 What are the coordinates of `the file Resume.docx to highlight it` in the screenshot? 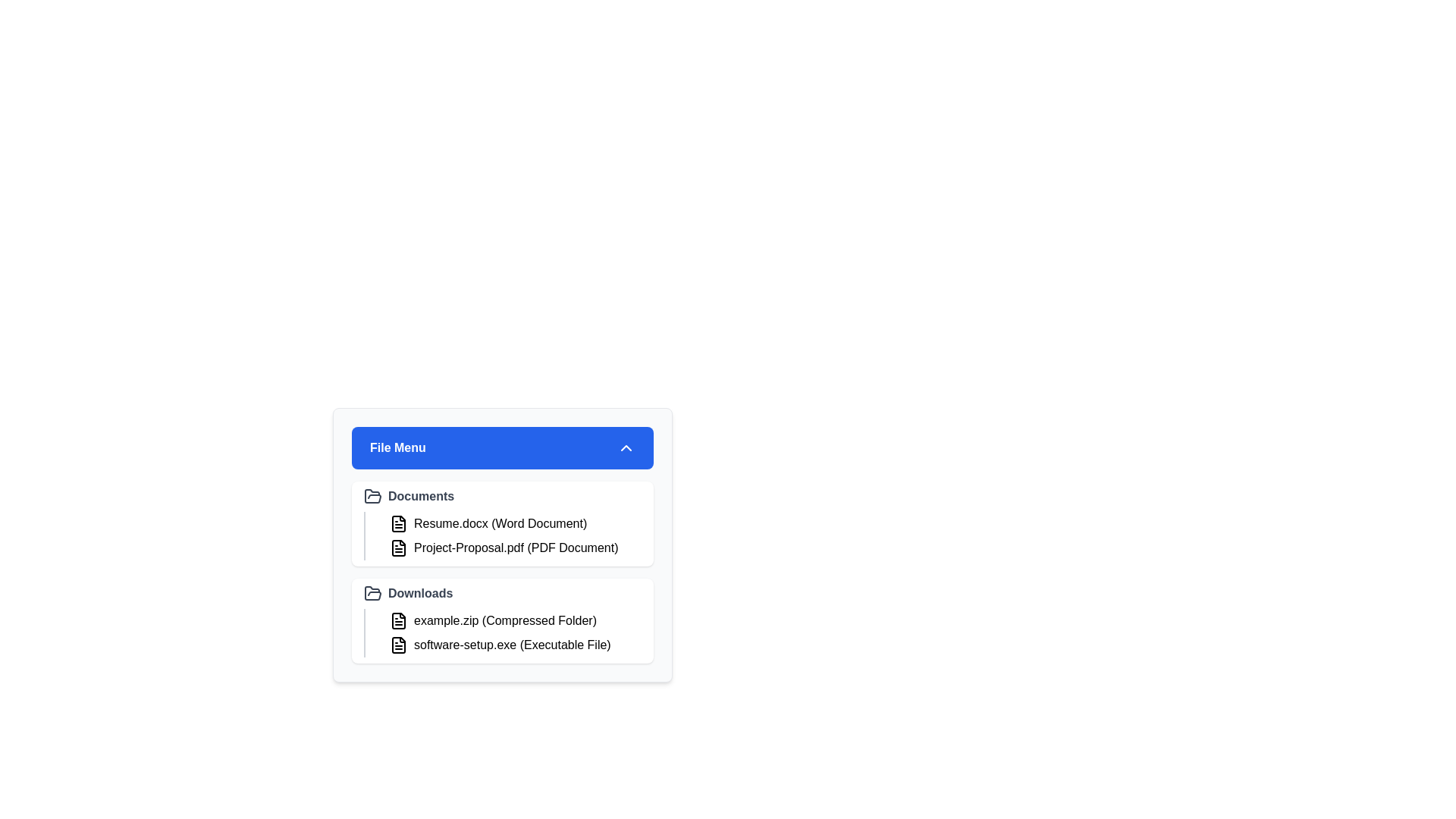 It's located at (513, 522).